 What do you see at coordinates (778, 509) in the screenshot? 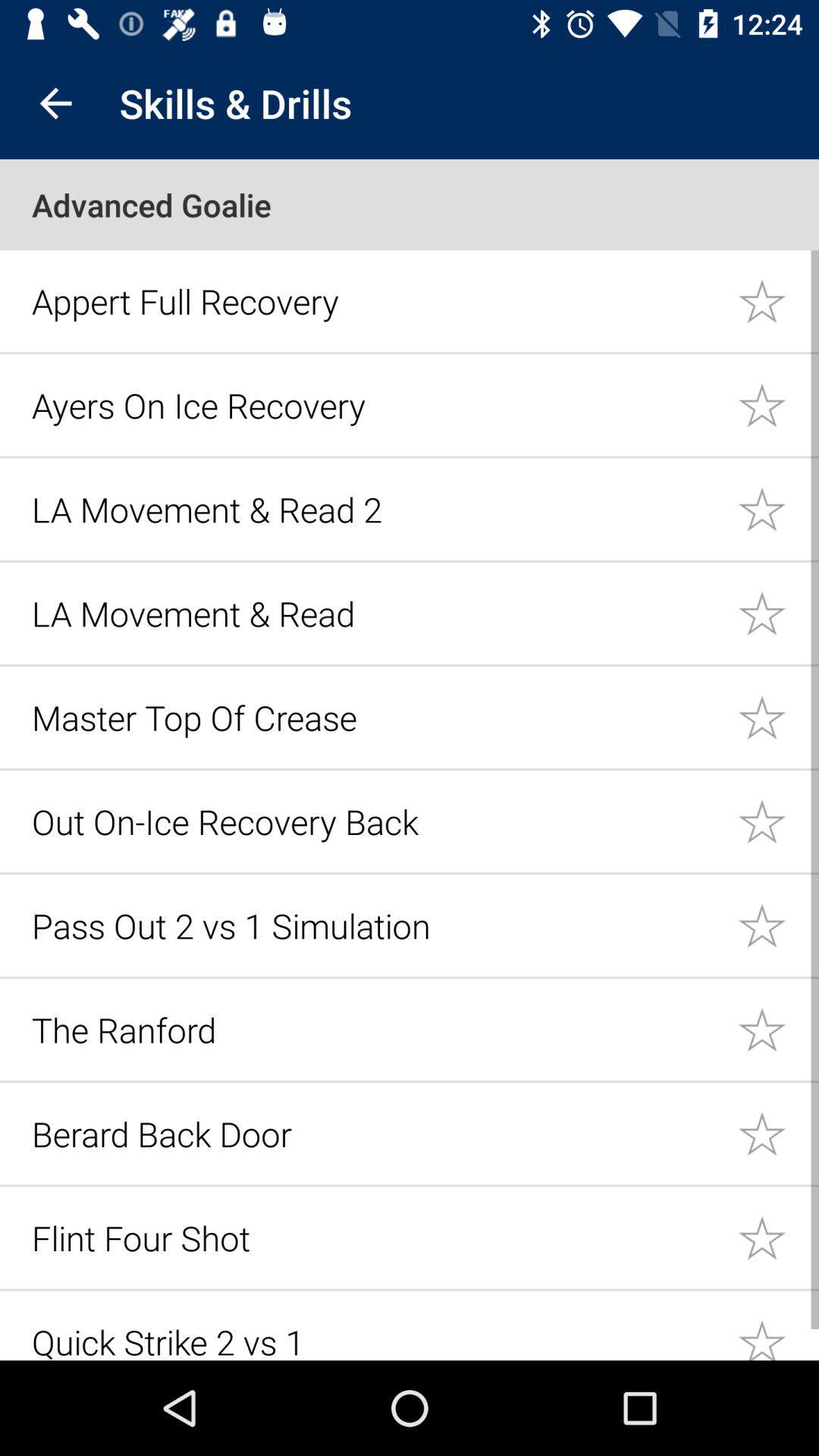
I see `the third star` at bounding box center [778, 509].